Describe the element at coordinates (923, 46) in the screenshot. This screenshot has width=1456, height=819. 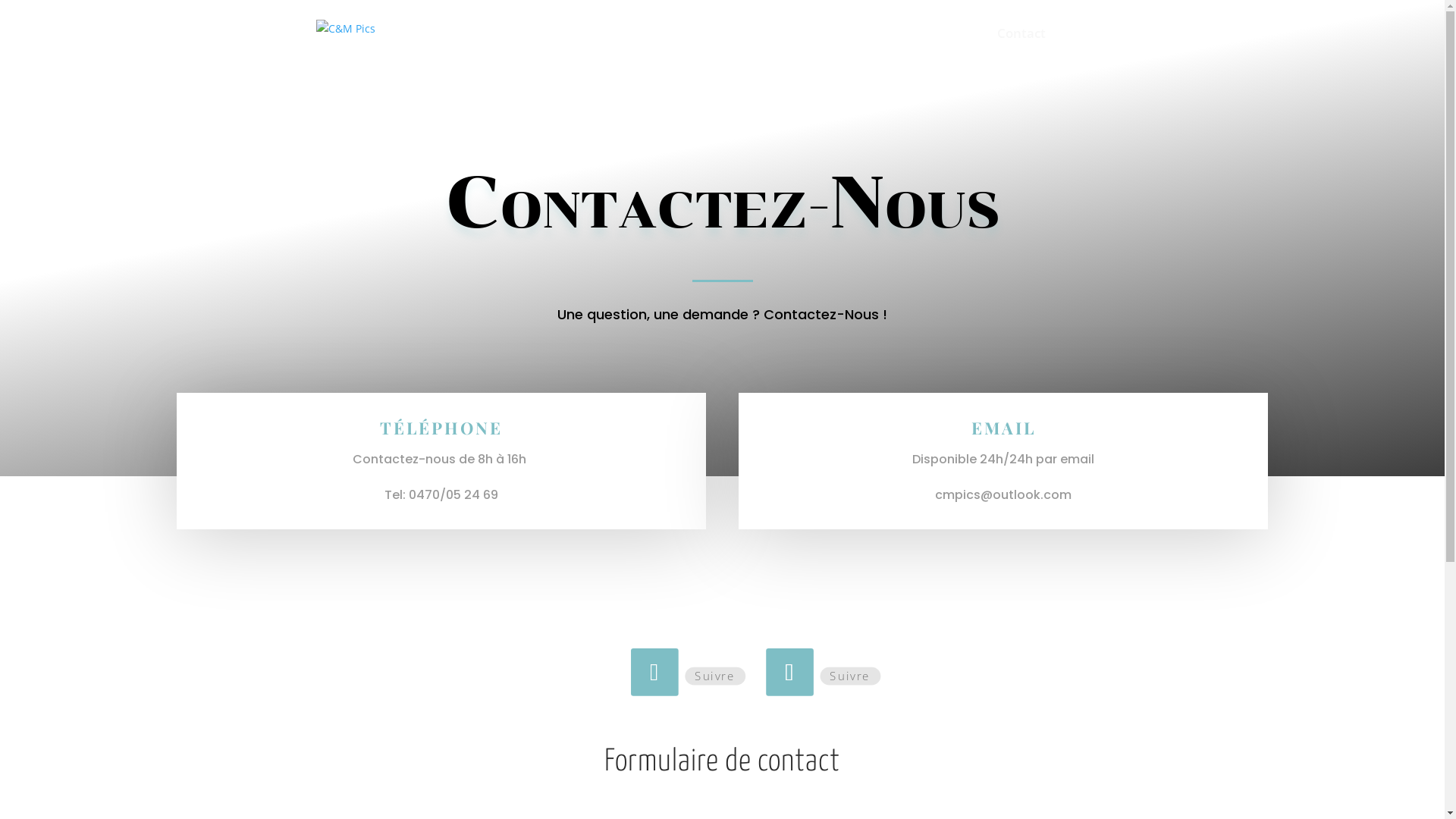
I see `'Portfolio'` at that location.